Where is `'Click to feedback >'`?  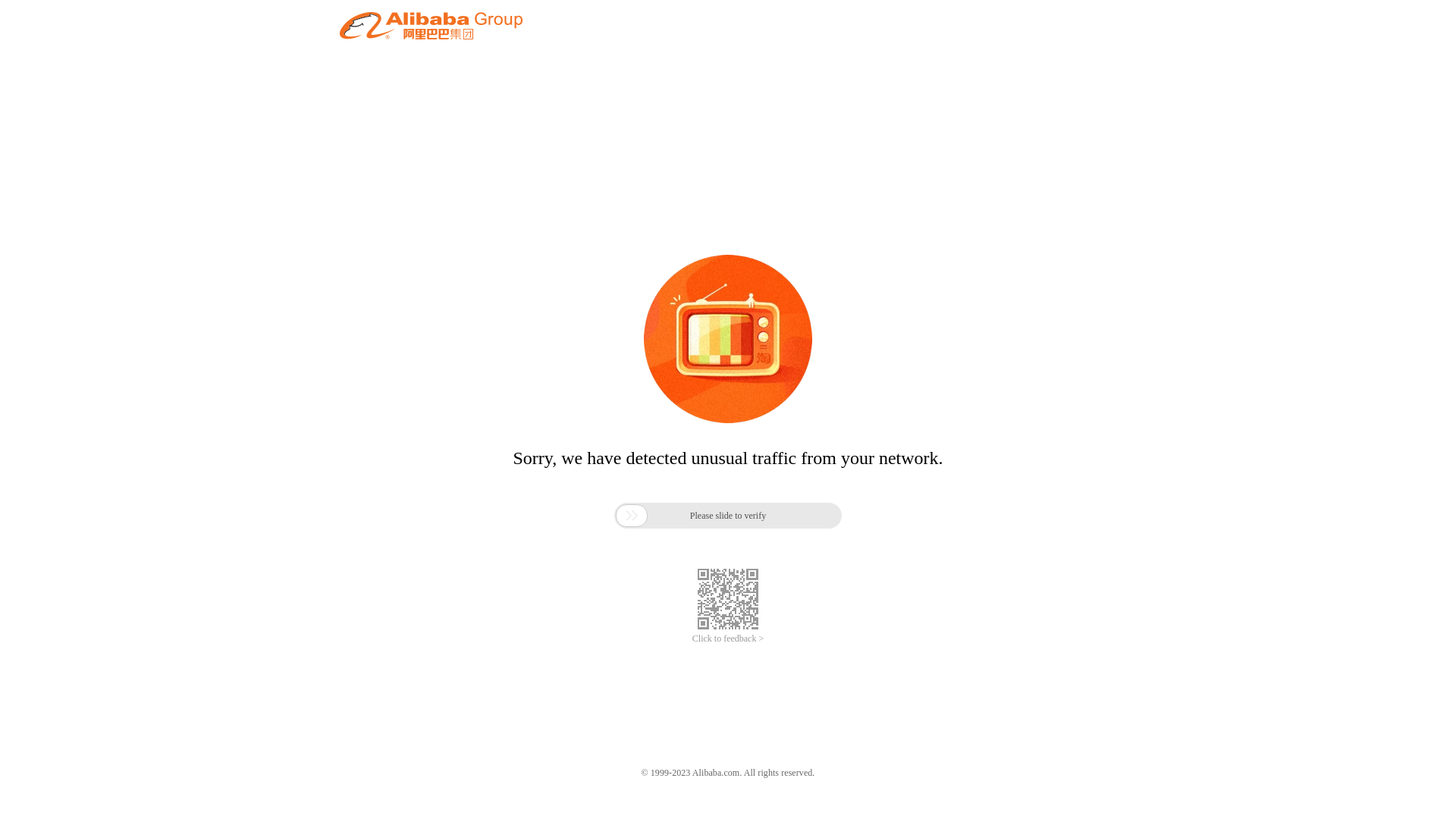 'Click to feedback >' is located at coordinates (728, 639).